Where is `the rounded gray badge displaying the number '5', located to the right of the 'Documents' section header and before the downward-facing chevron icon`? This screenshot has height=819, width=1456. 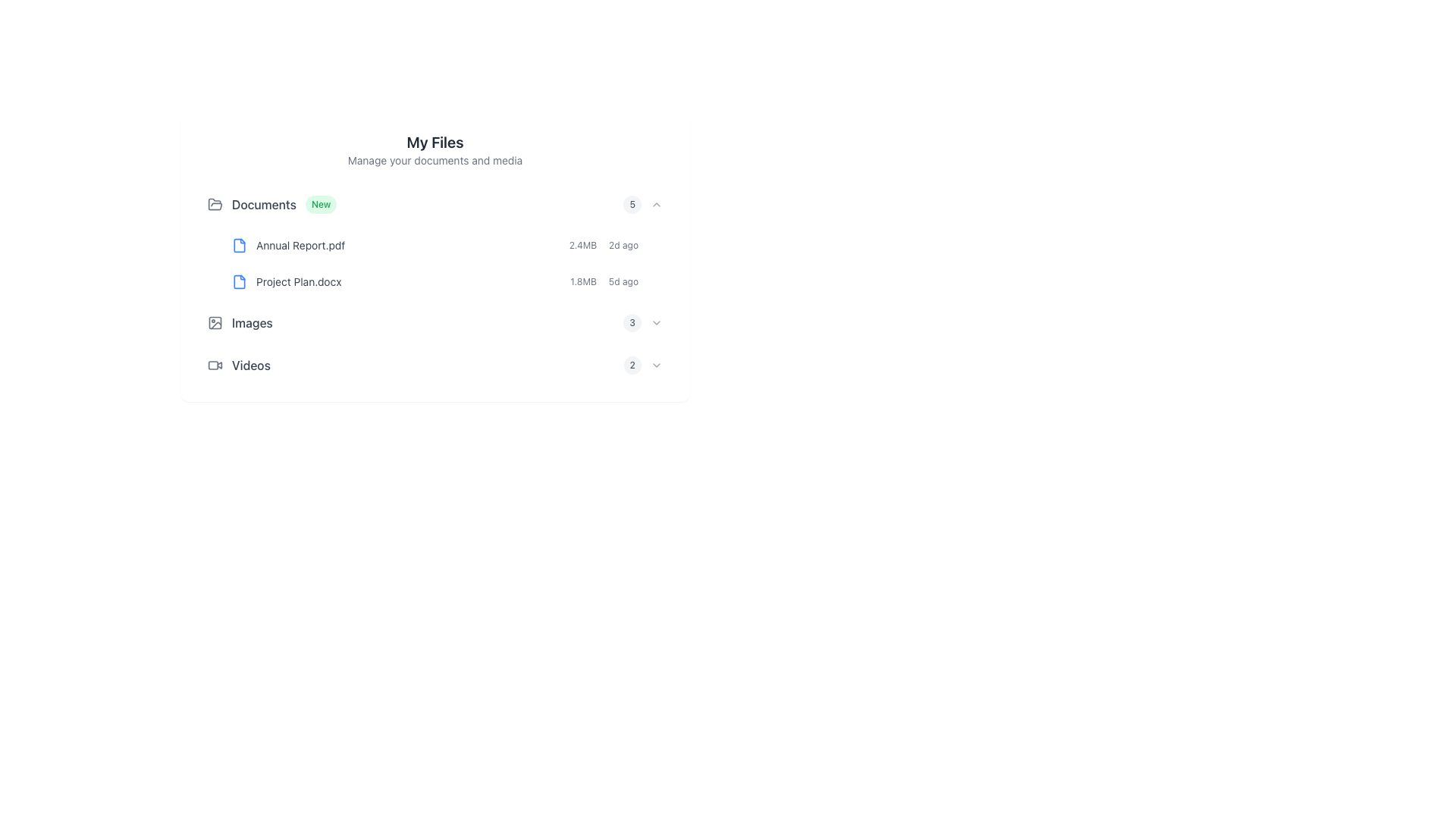
the rounded gray badge displaying the number '5', located to the right of the 'Documents' section header and before the downward-facing chevron icon is located at coordinates (632, 205).